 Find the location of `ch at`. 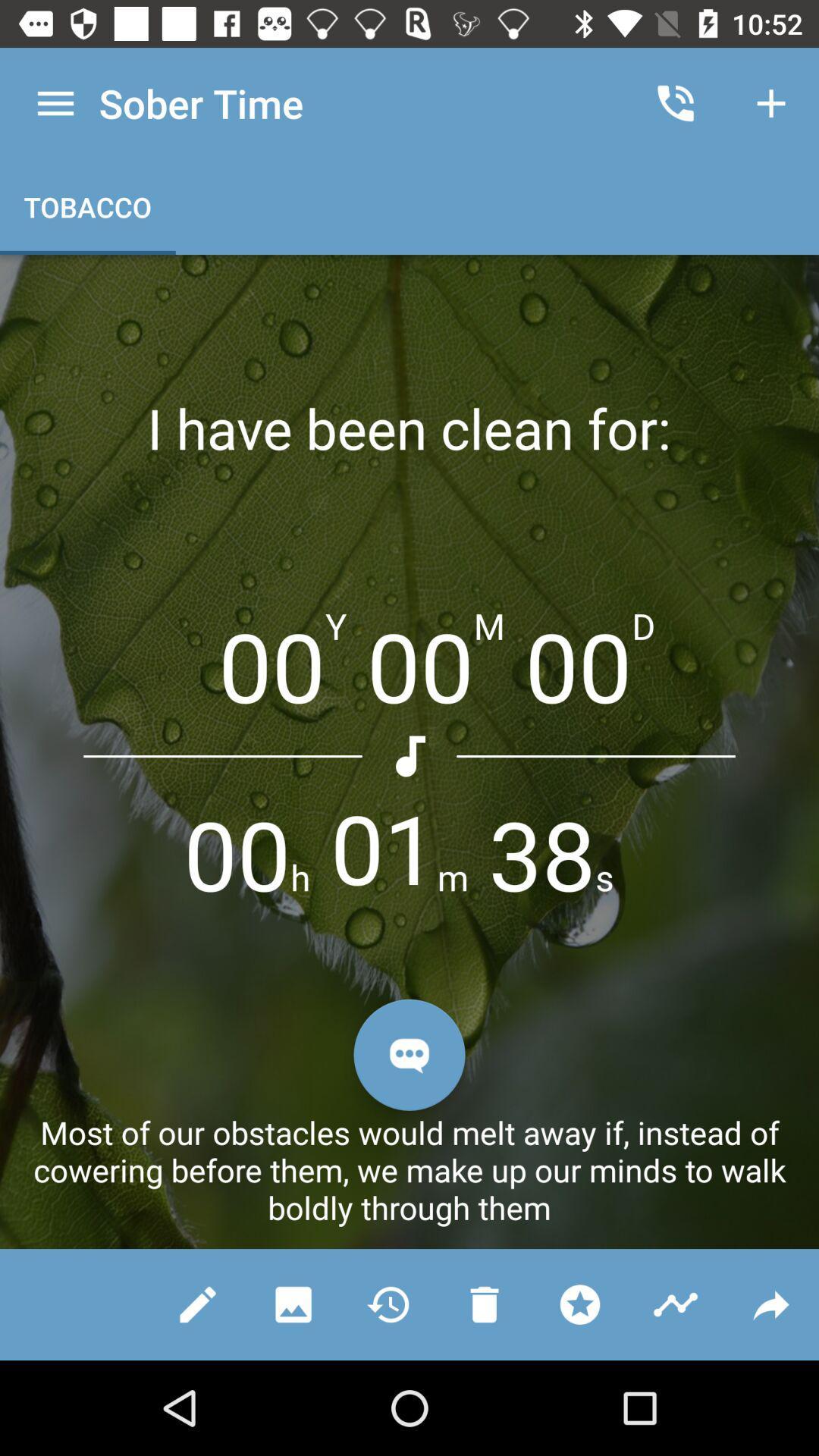

ch at is located at coordinates (409, 1054).